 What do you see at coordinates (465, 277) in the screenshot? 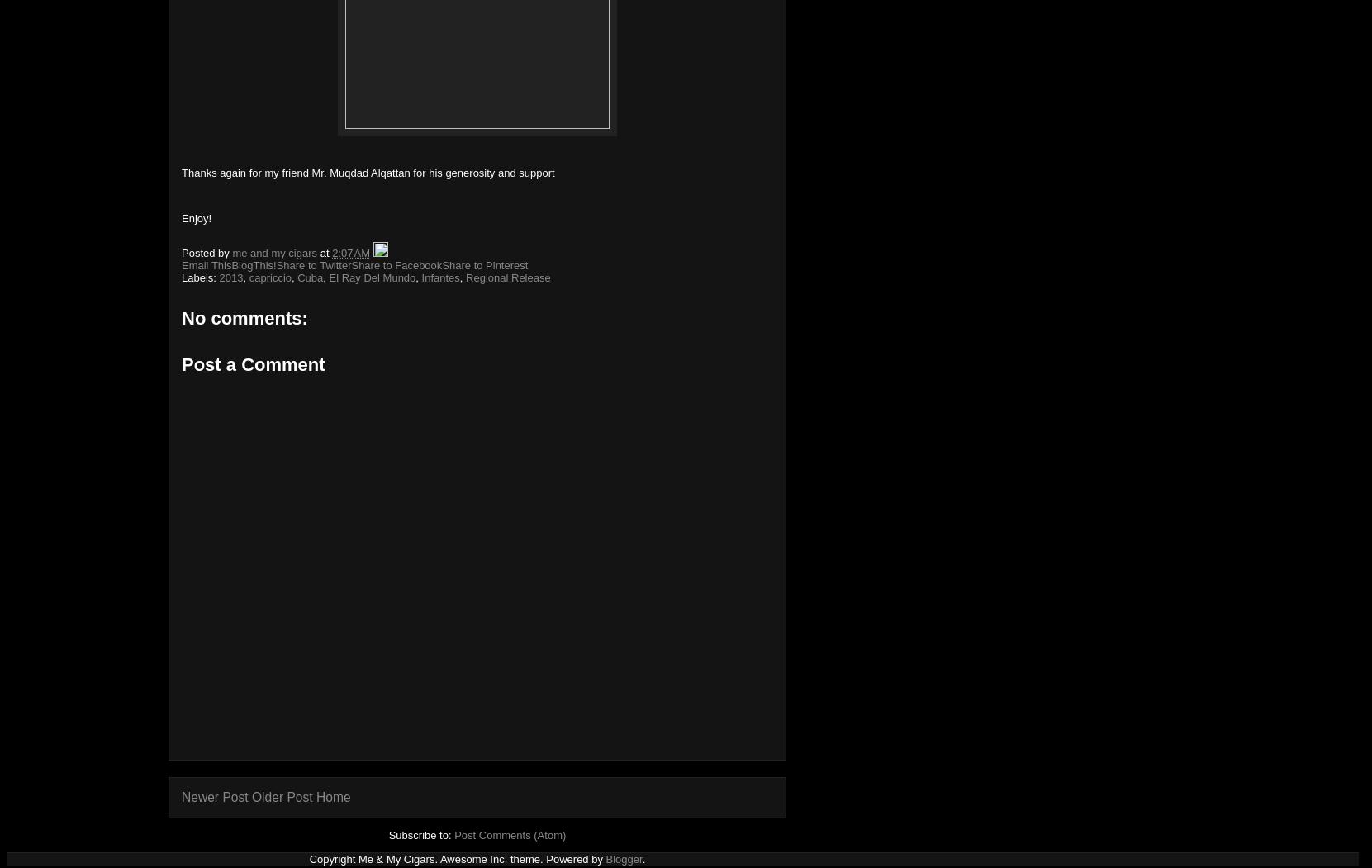
I see `'Regional Release'` at bounding box center [465, 277].